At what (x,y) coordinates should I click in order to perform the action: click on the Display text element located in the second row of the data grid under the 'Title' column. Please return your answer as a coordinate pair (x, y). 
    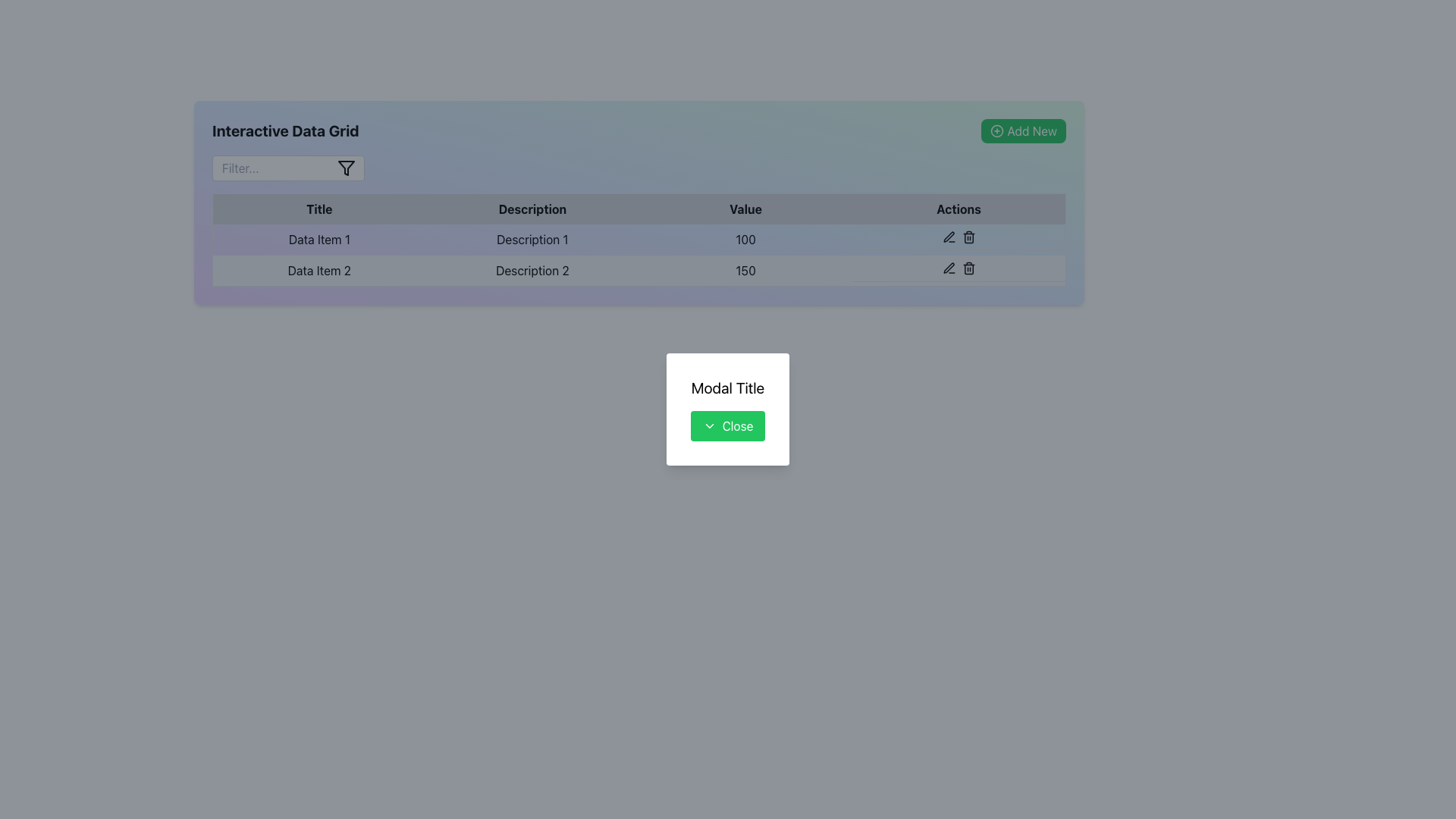
    Looking at the image, I should click on (318, 270).